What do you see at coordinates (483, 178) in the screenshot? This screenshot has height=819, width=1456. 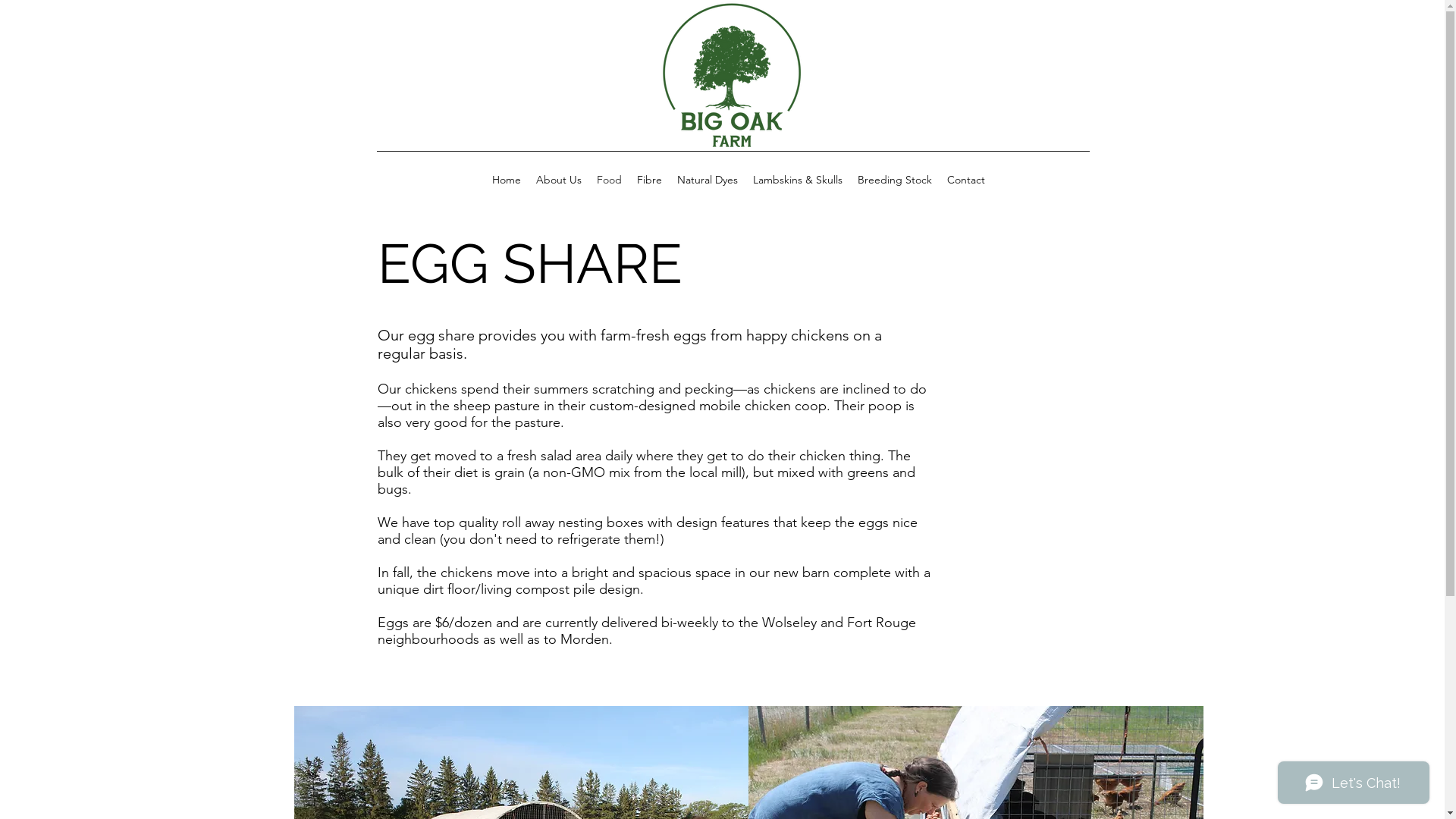 I see `'Home'` at bounding box center [483, 178].